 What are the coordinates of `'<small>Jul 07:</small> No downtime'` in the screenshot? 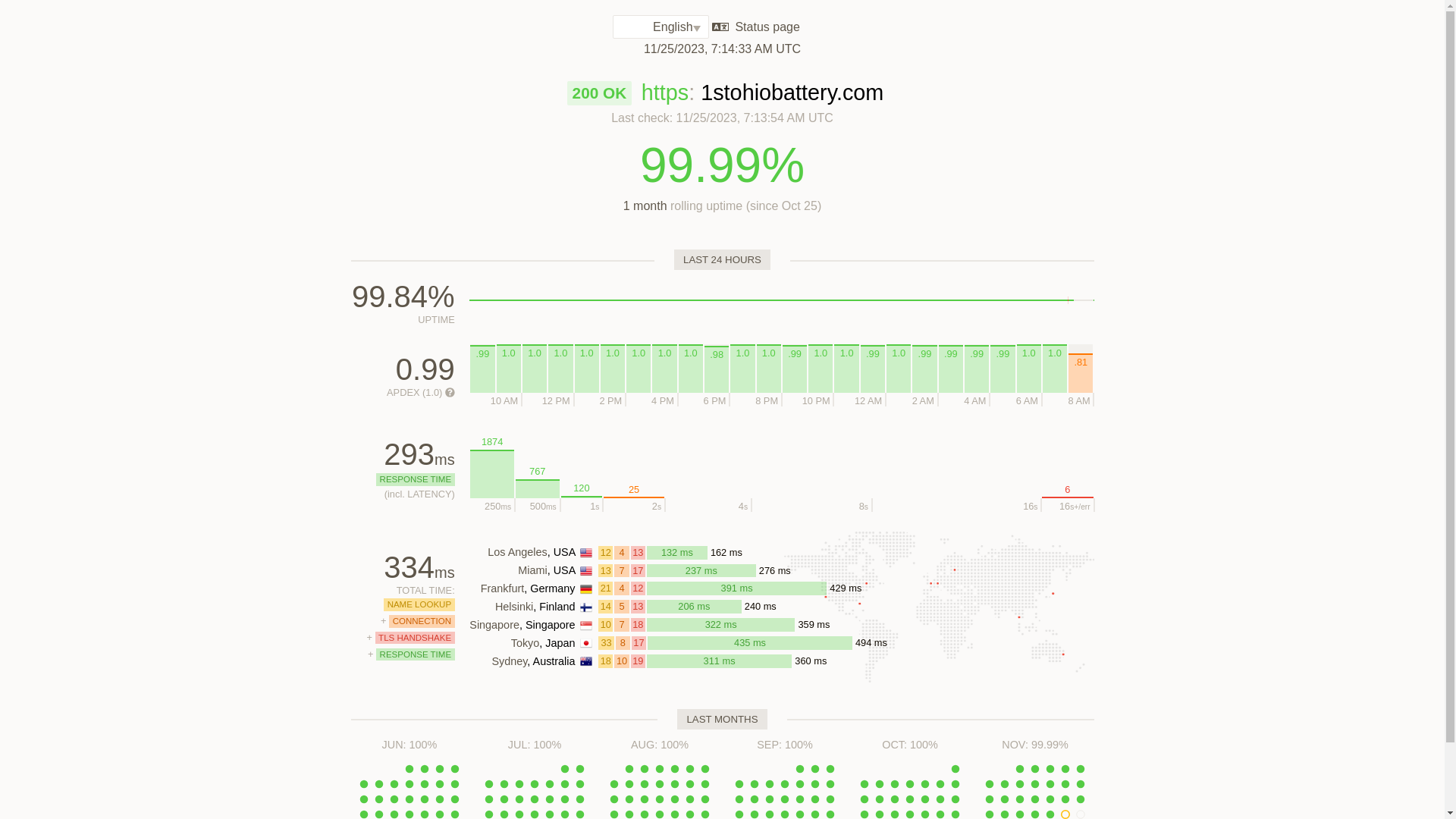 It's located at (548, 783).